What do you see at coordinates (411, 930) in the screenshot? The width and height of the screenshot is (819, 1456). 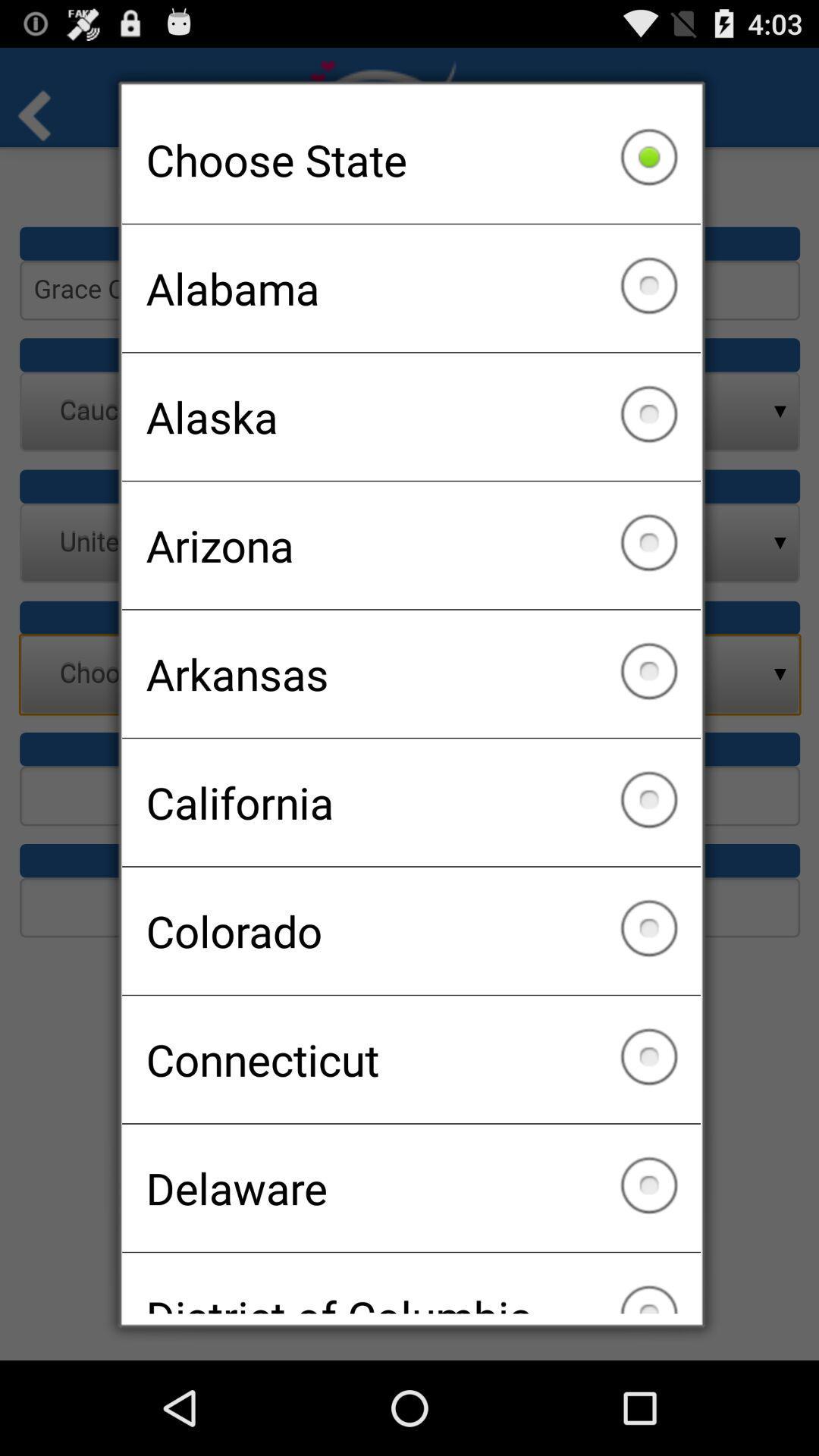 I see `the colorado icon` at bounding box center [411, 930].